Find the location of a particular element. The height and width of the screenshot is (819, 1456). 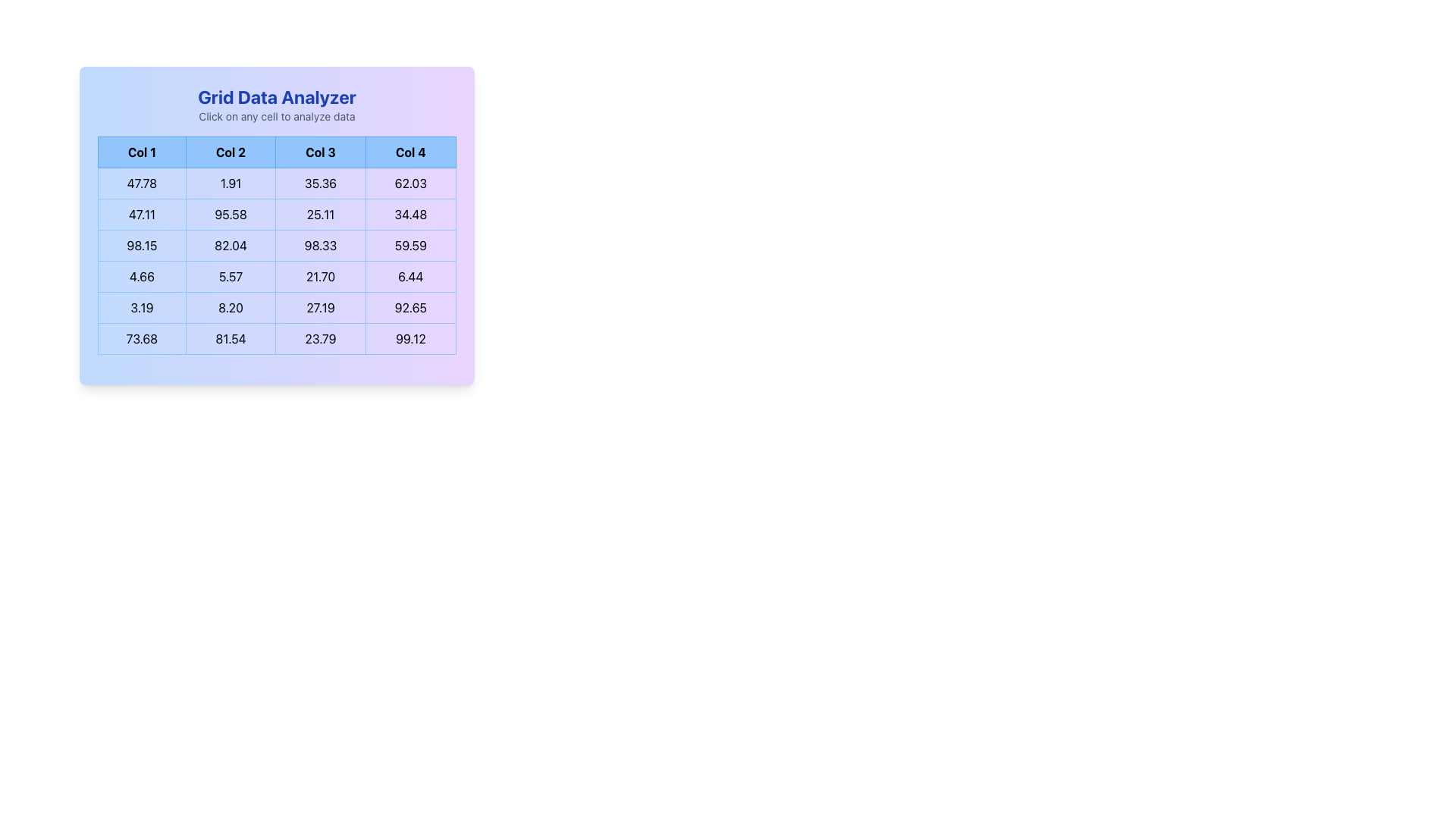

the grid table cell containing the value '62.03' located in the first row and fourth column underneath the header 'Col 4' is located at coordinates (410, 183).